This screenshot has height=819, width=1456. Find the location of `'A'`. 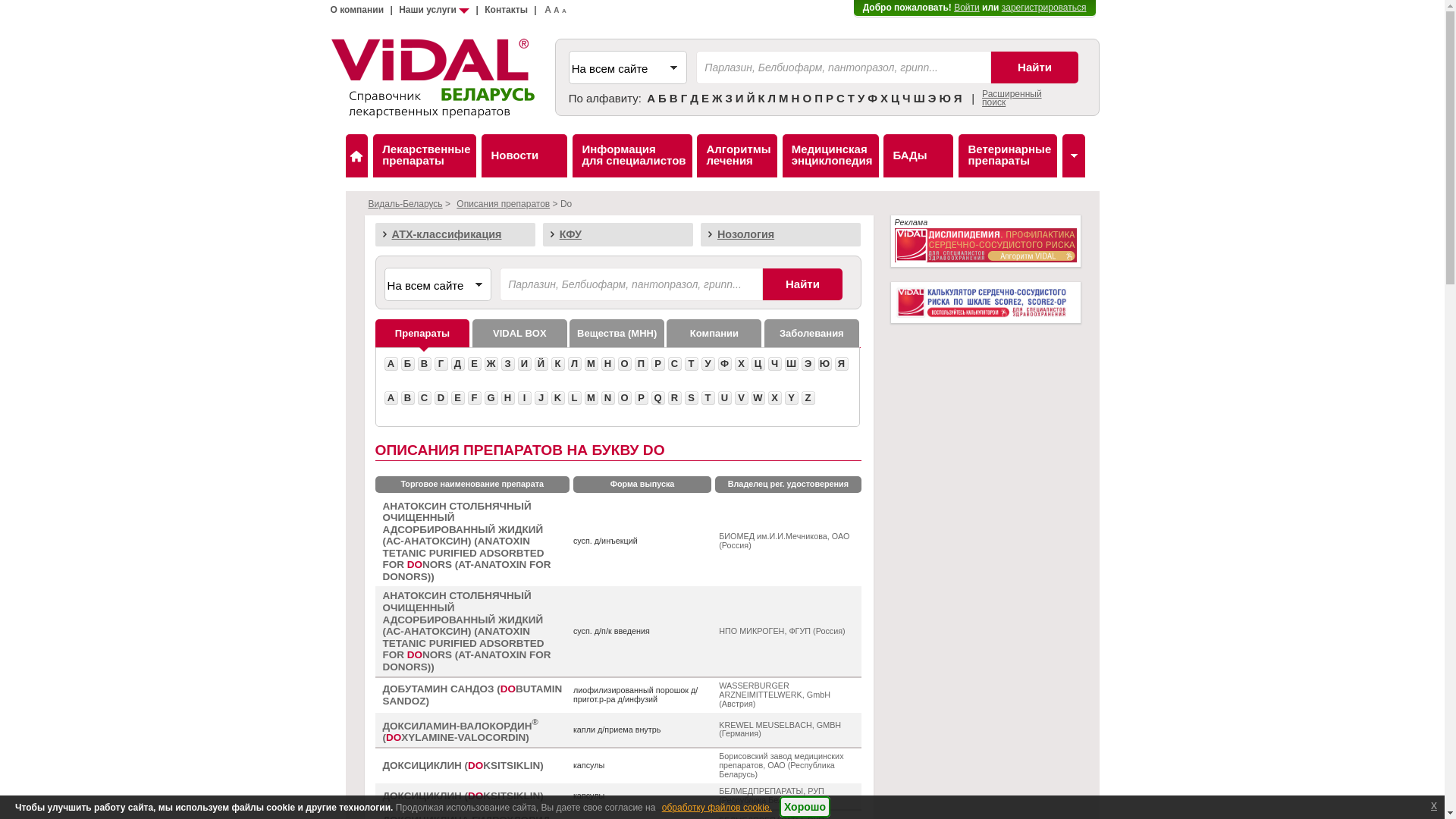

'A' is located at coordinates (563, 11).